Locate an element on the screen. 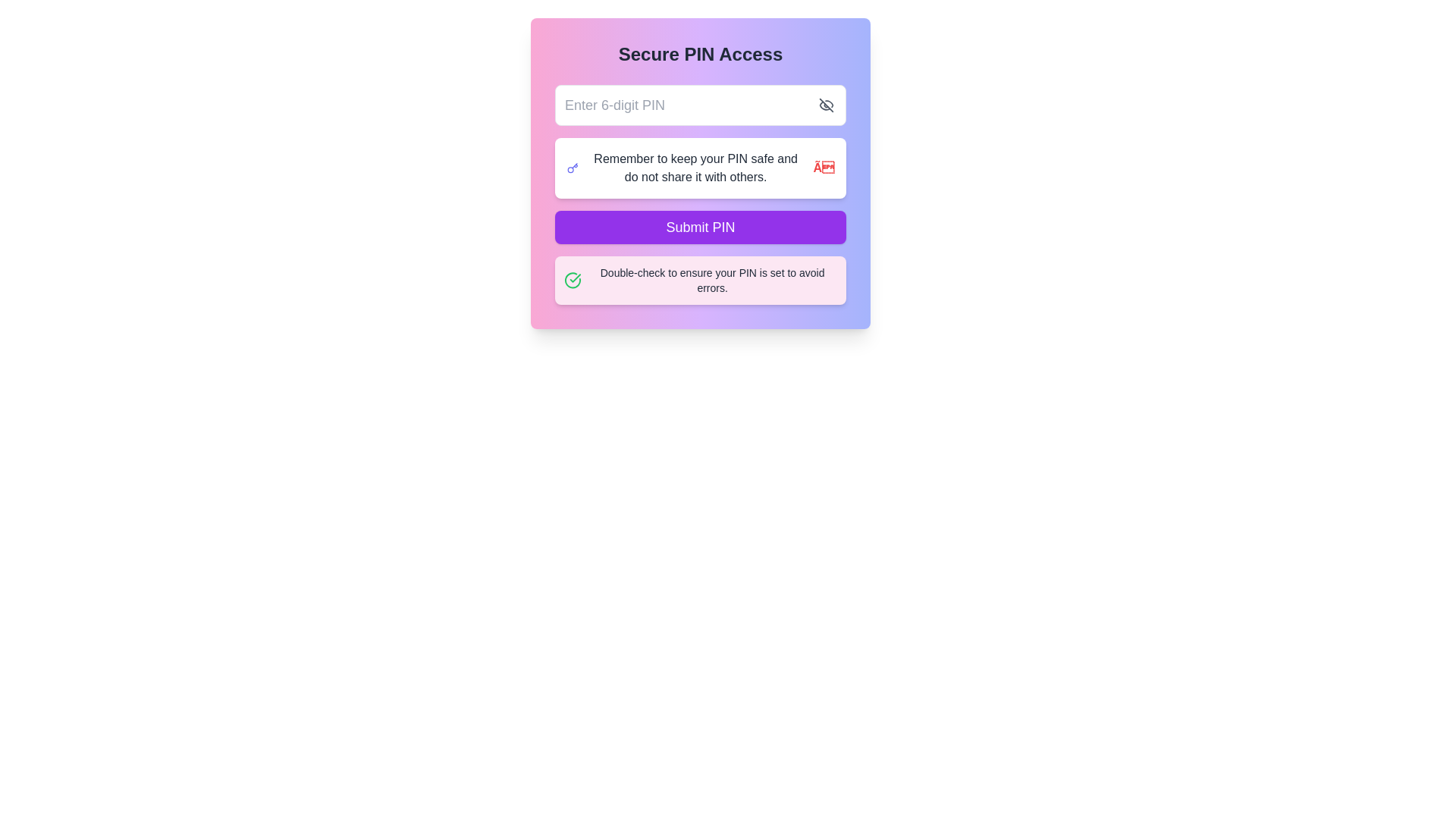  the text label reading 'Double-check to ensure your PIN is set to avoid errors.' which is located beneath a verification icon in a pink-highlighted notification box is located at coordinates (711, 281).